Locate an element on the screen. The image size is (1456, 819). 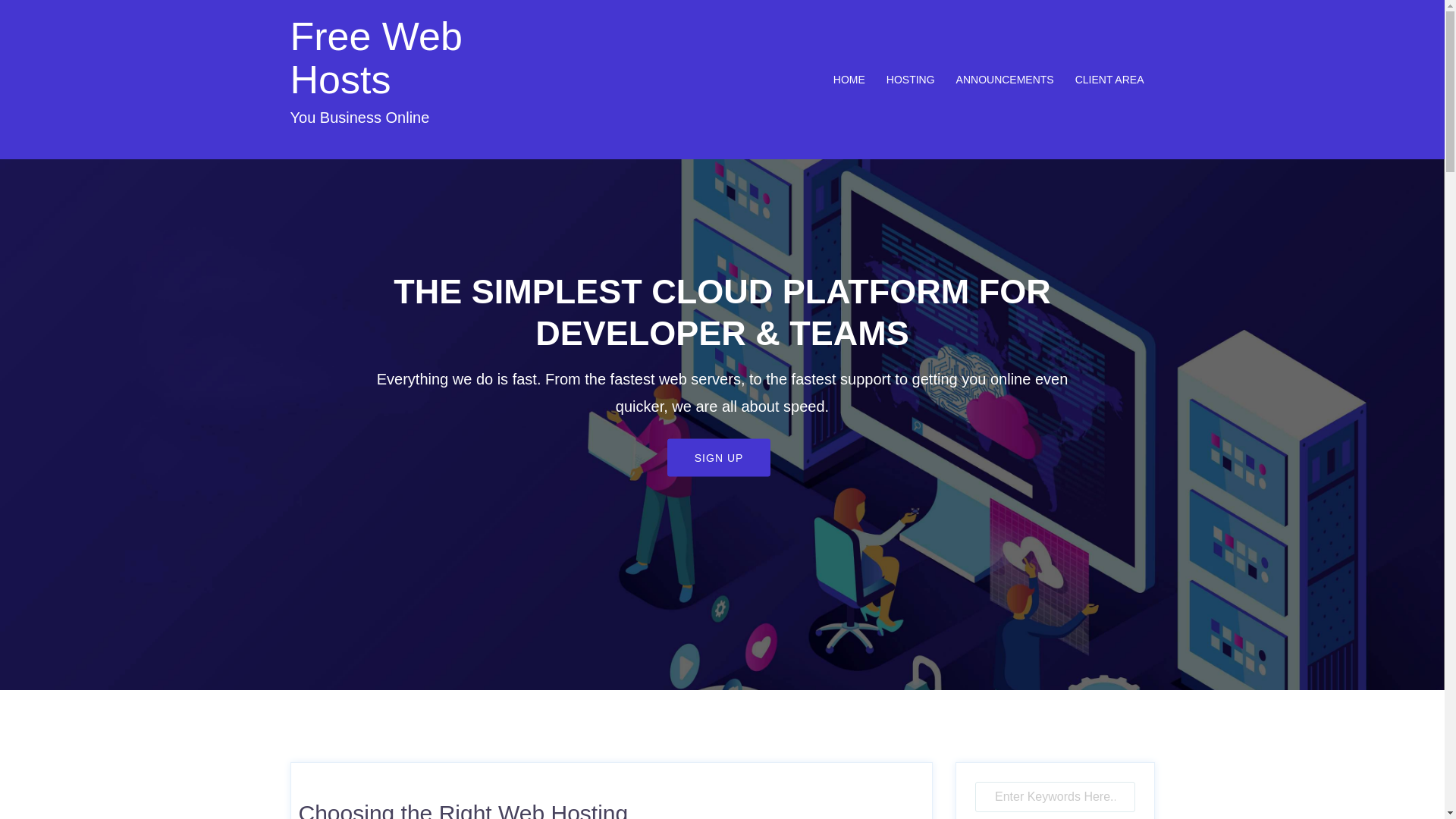
'Search' is located at coordinates (0, 18).